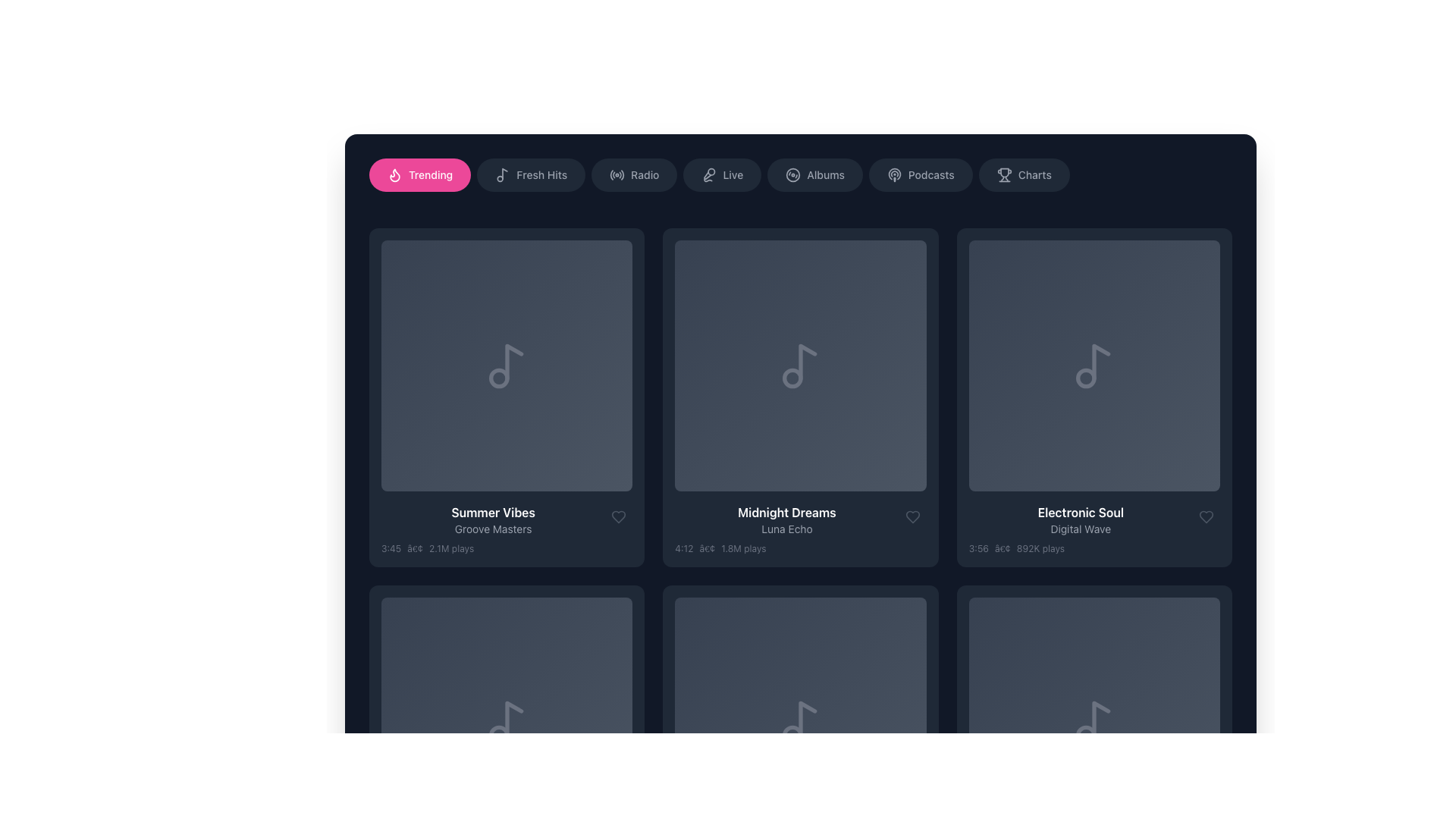  I want to click on the 'Trending' label, which is displayed in a medium-sized font on a pink rounded background, located near the top-left section of the interface, so click(430, 174).